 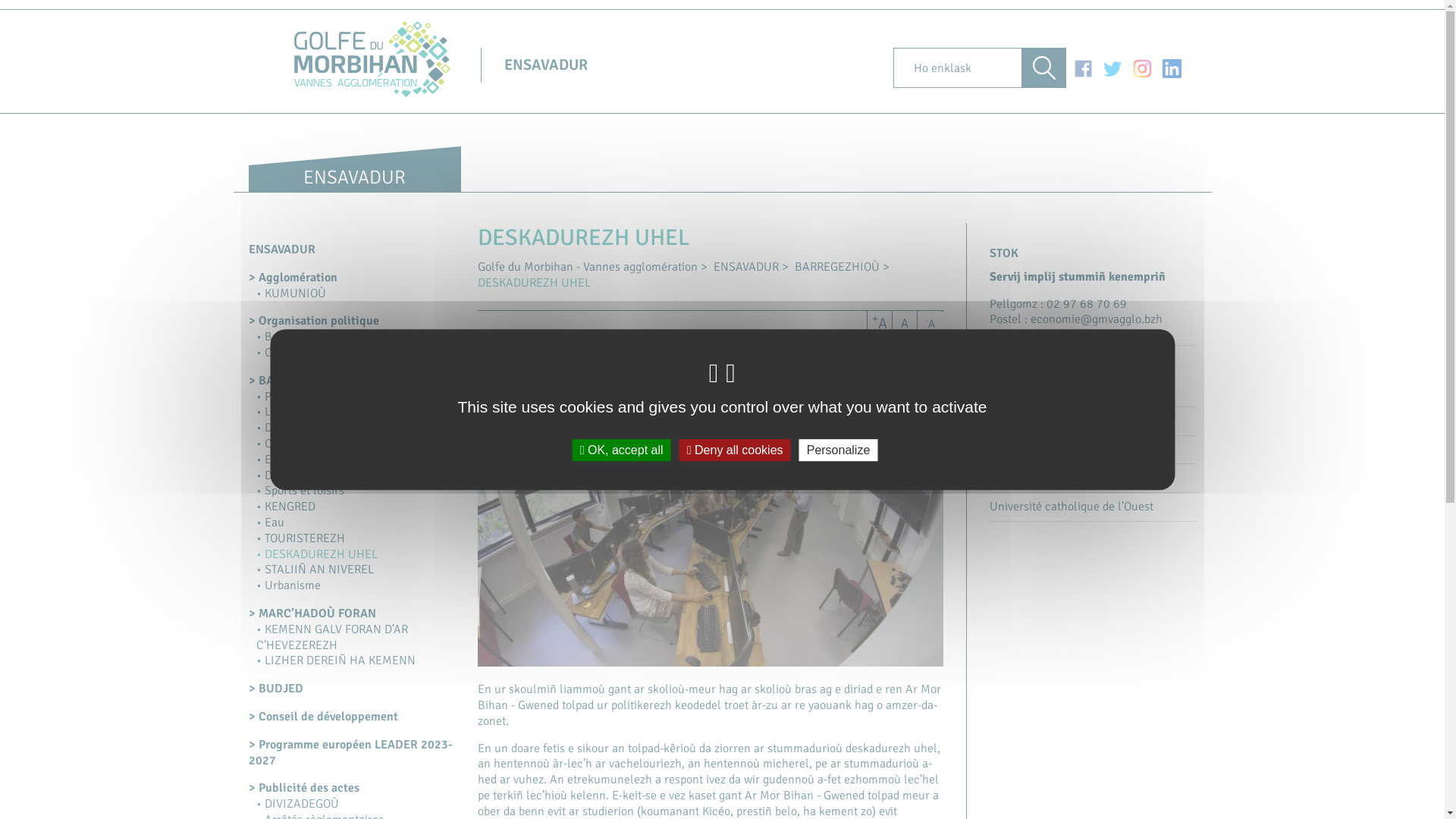 What do you see at coordinates (256, 491) in the screenshot?
I see `'Sports et loisirs'` at bounding box center [256, 491].